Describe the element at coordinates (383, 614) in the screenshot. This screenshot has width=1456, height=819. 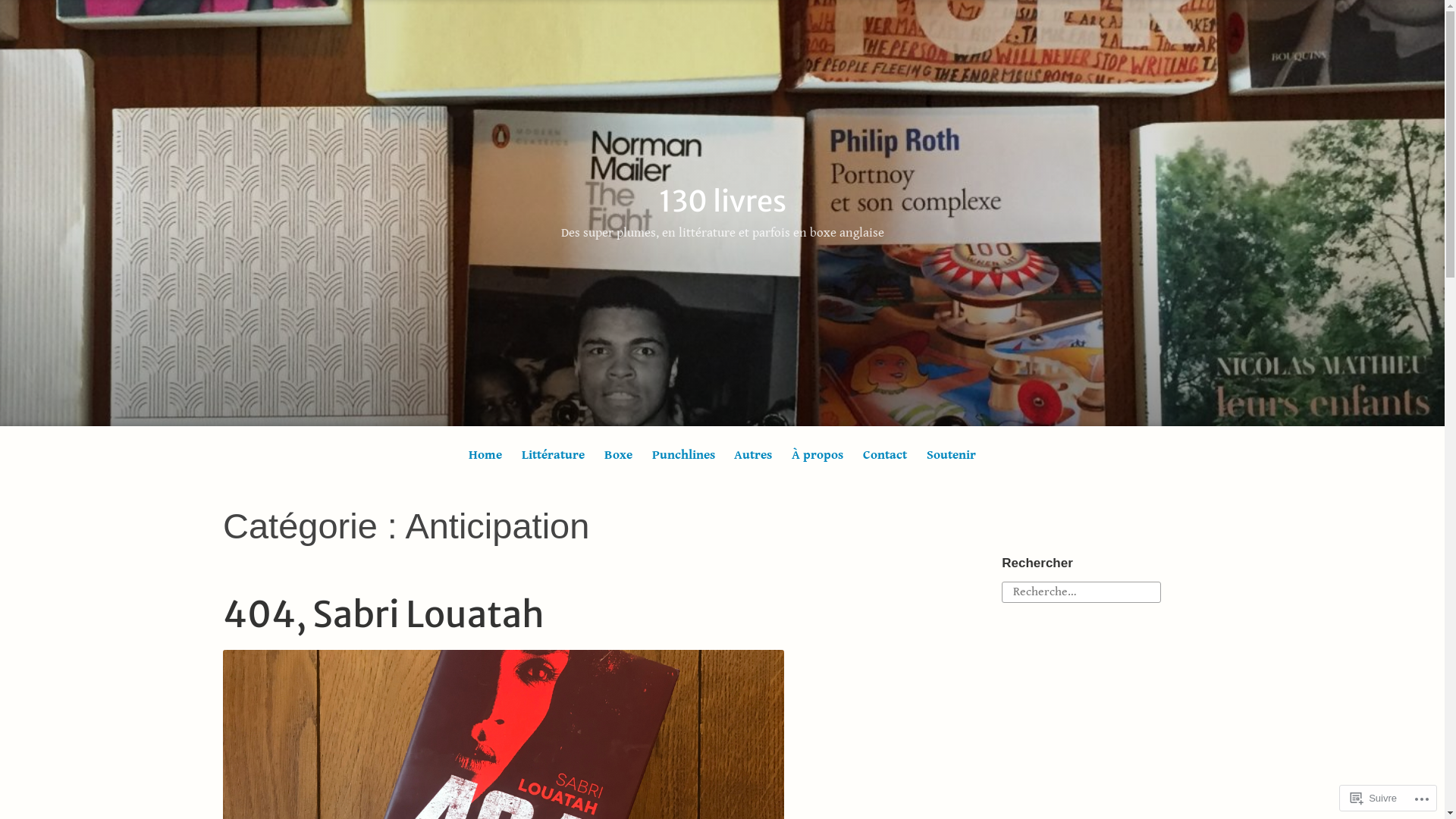
I see `'404, Sabri Louatah'` at that location.